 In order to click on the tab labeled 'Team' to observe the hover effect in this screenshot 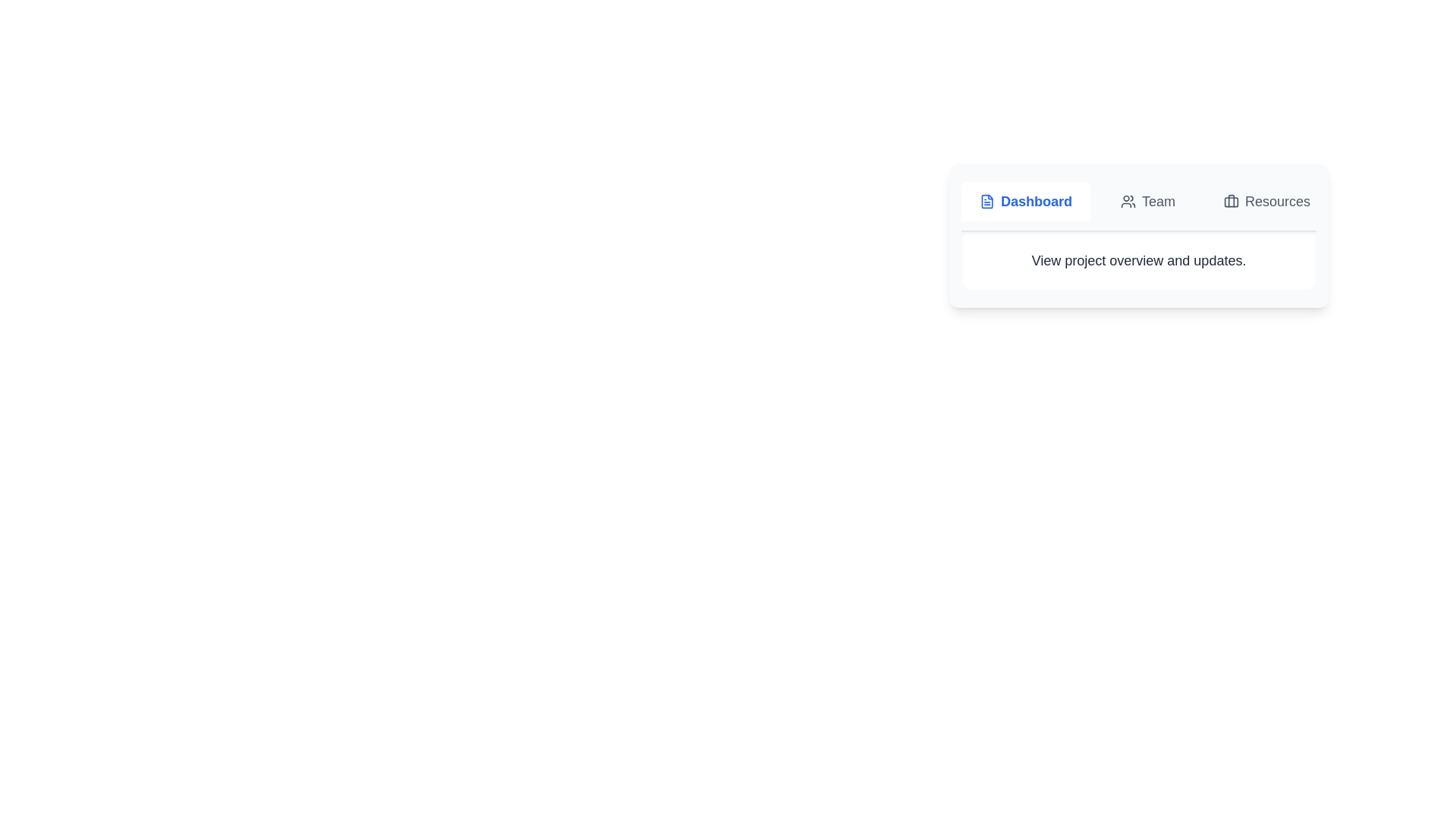, I will do `click(1147, 201)`.